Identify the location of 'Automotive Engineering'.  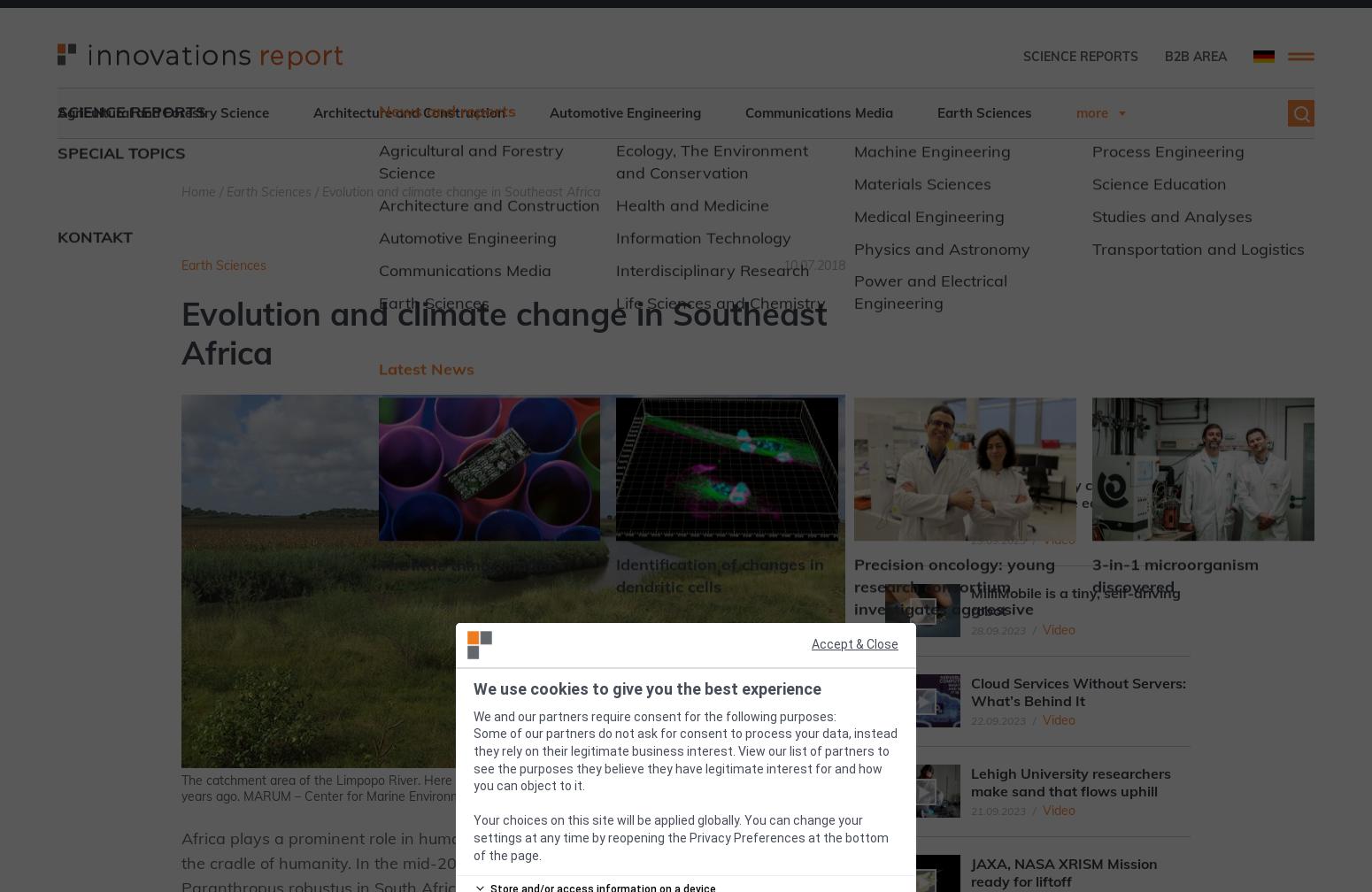
(625, 112).